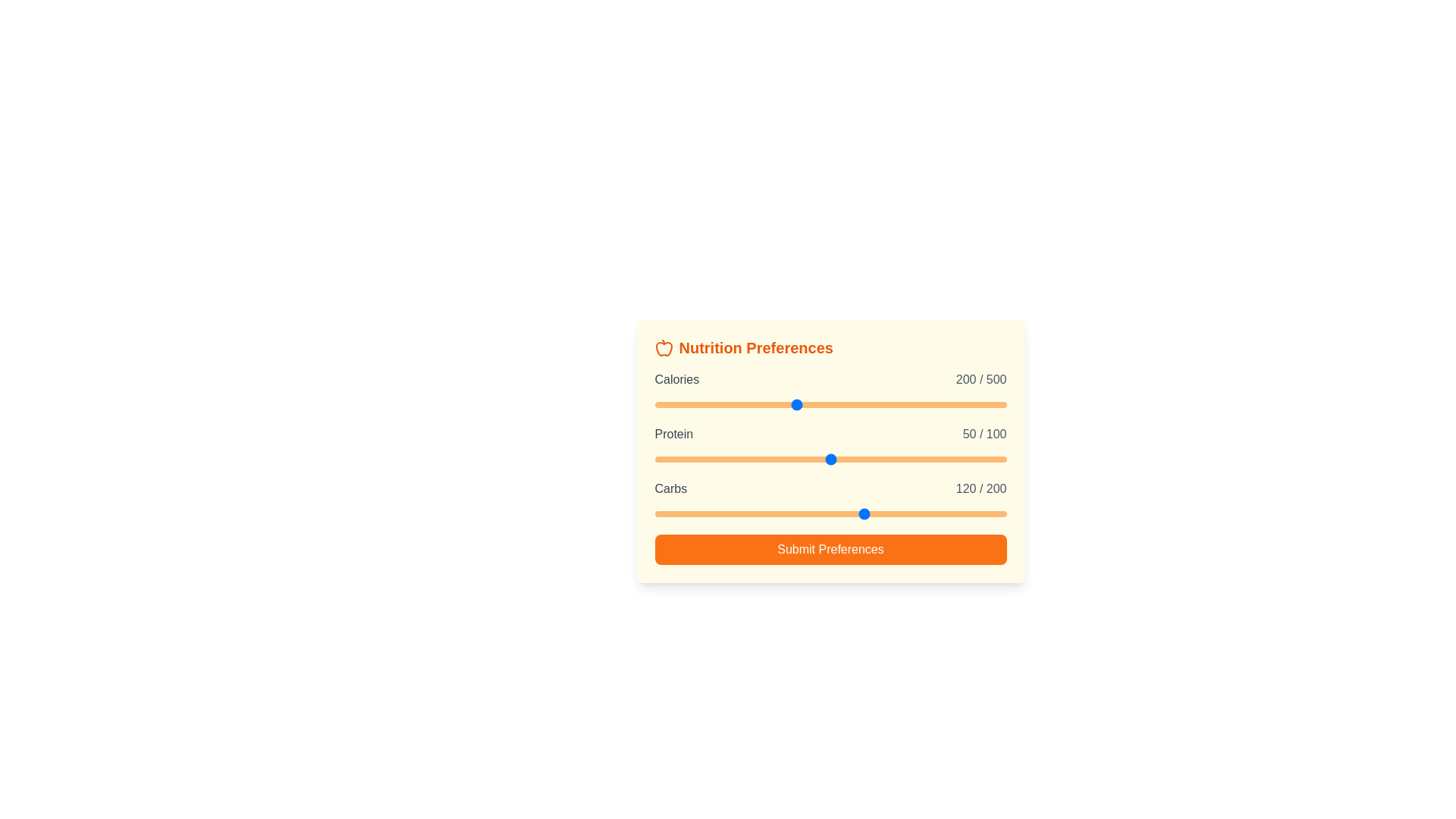 This screenshot has height=819, width=1456. What do you see at coordinates (676, 379) in the screenshot?
I see `the static text label indicating 'Calories' in the 'Nutrition Preferences' card layout, which is positioned above the numerical value '200 / 500'` at bounding box center [676, 379].